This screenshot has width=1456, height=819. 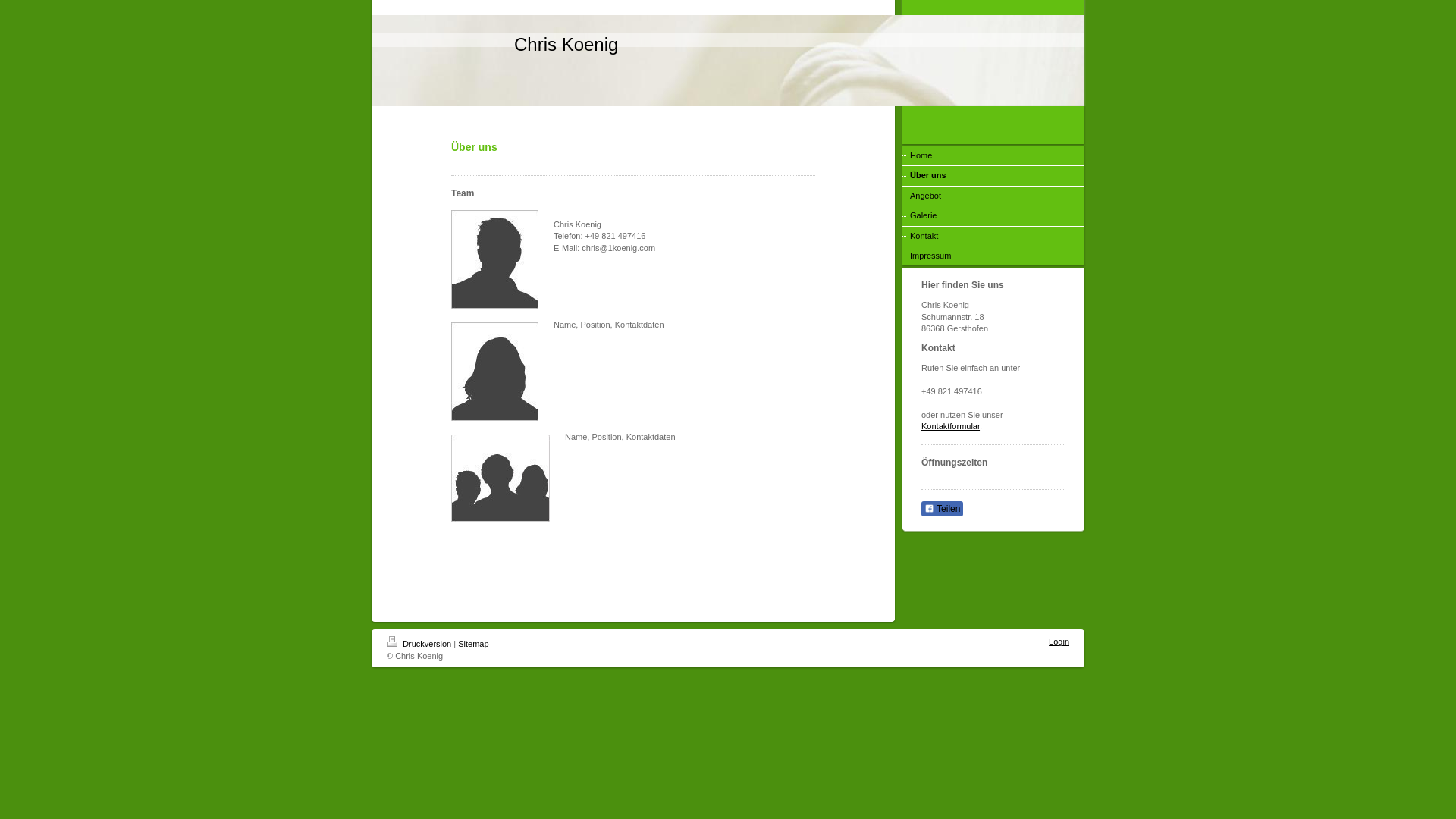 I want to click on 'Impressum', so click(x=993, y=255).